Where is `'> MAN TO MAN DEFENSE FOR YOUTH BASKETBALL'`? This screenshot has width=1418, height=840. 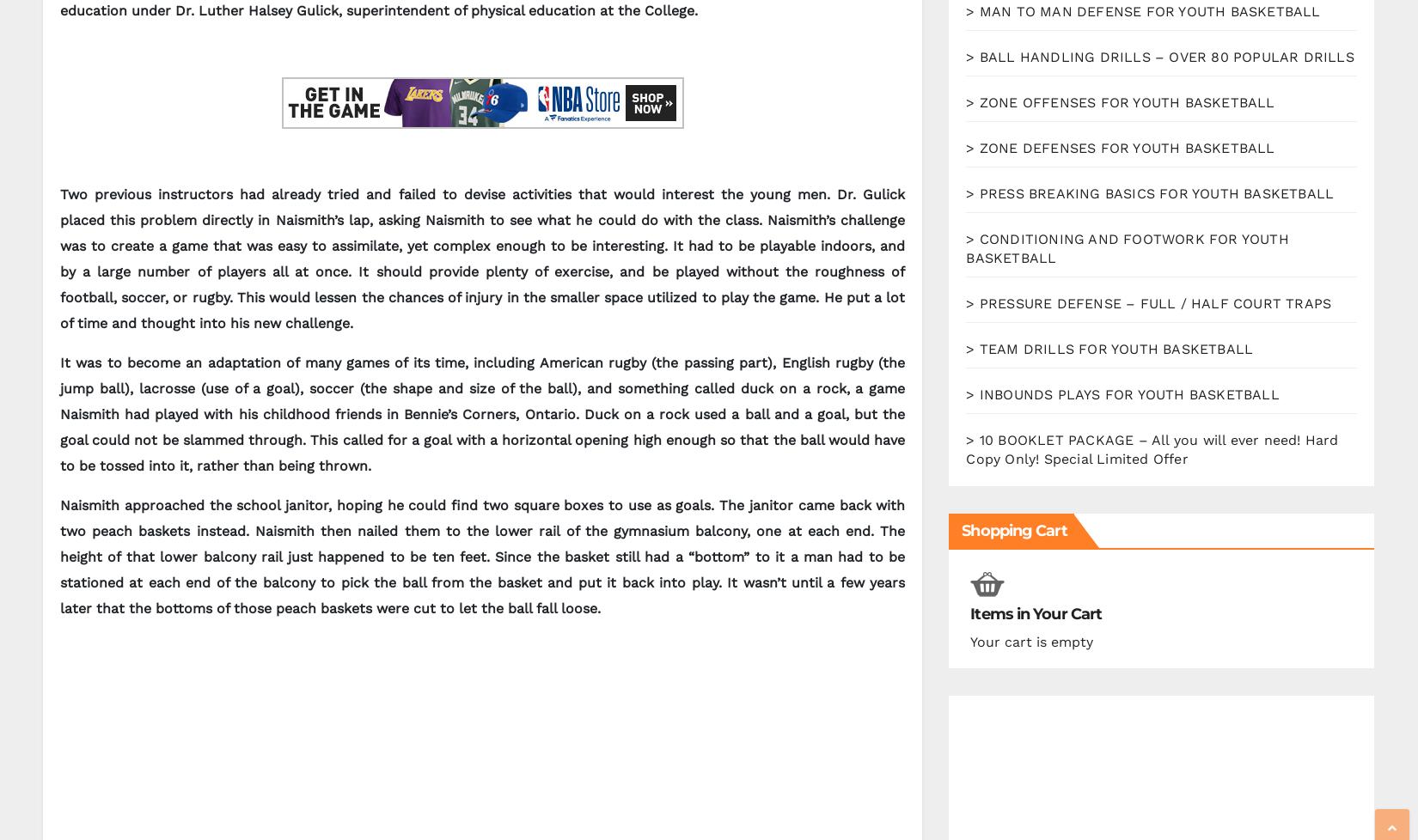
'> MAN TO MAN DEFENSE FOR YOUTH BASKETBALL' is located at coordinates (1142, 11).